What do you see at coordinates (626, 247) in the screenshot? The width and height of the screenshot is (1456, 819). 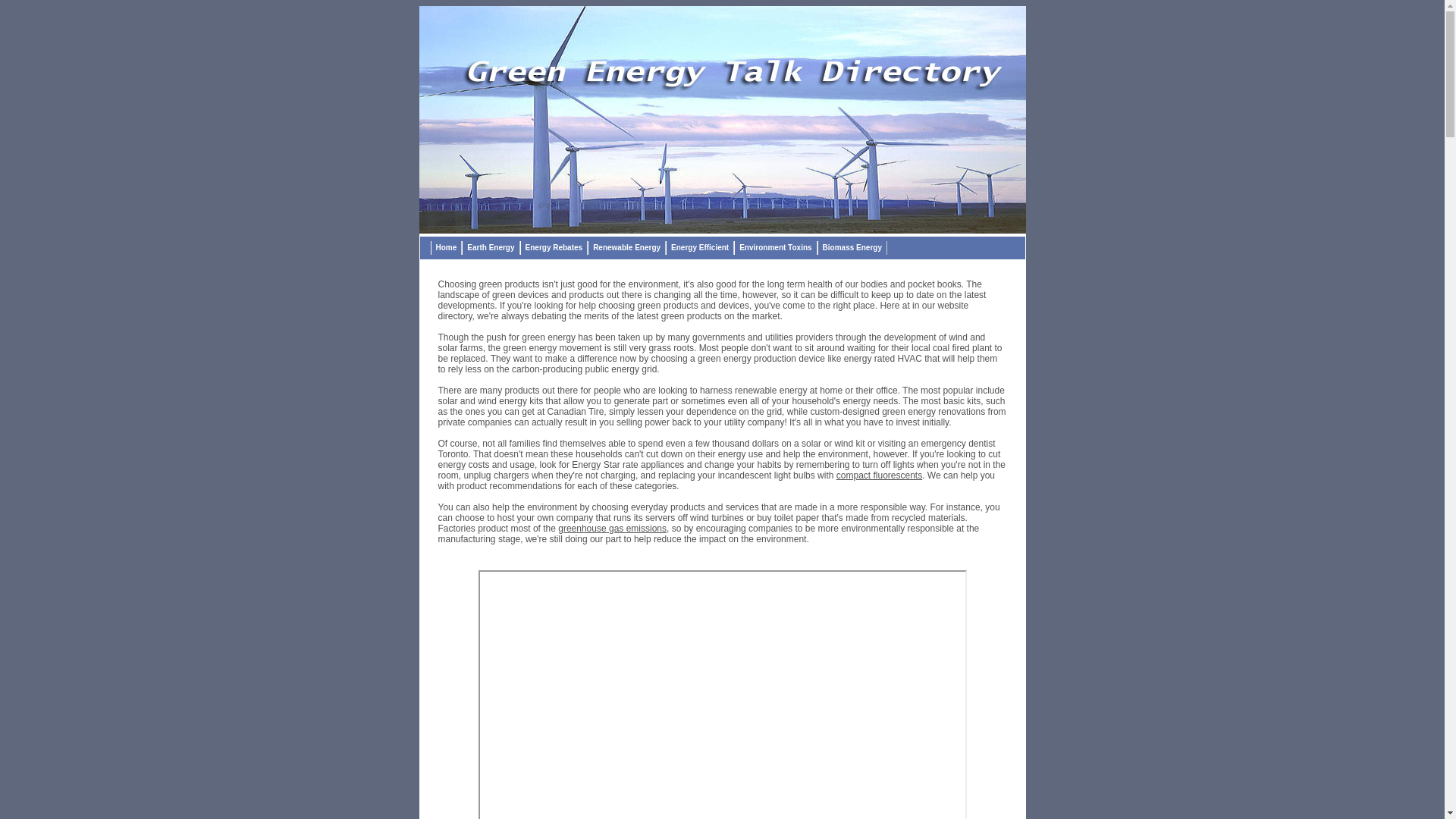 I see `'Renewable Energy'` at bounding box center [626, 247].